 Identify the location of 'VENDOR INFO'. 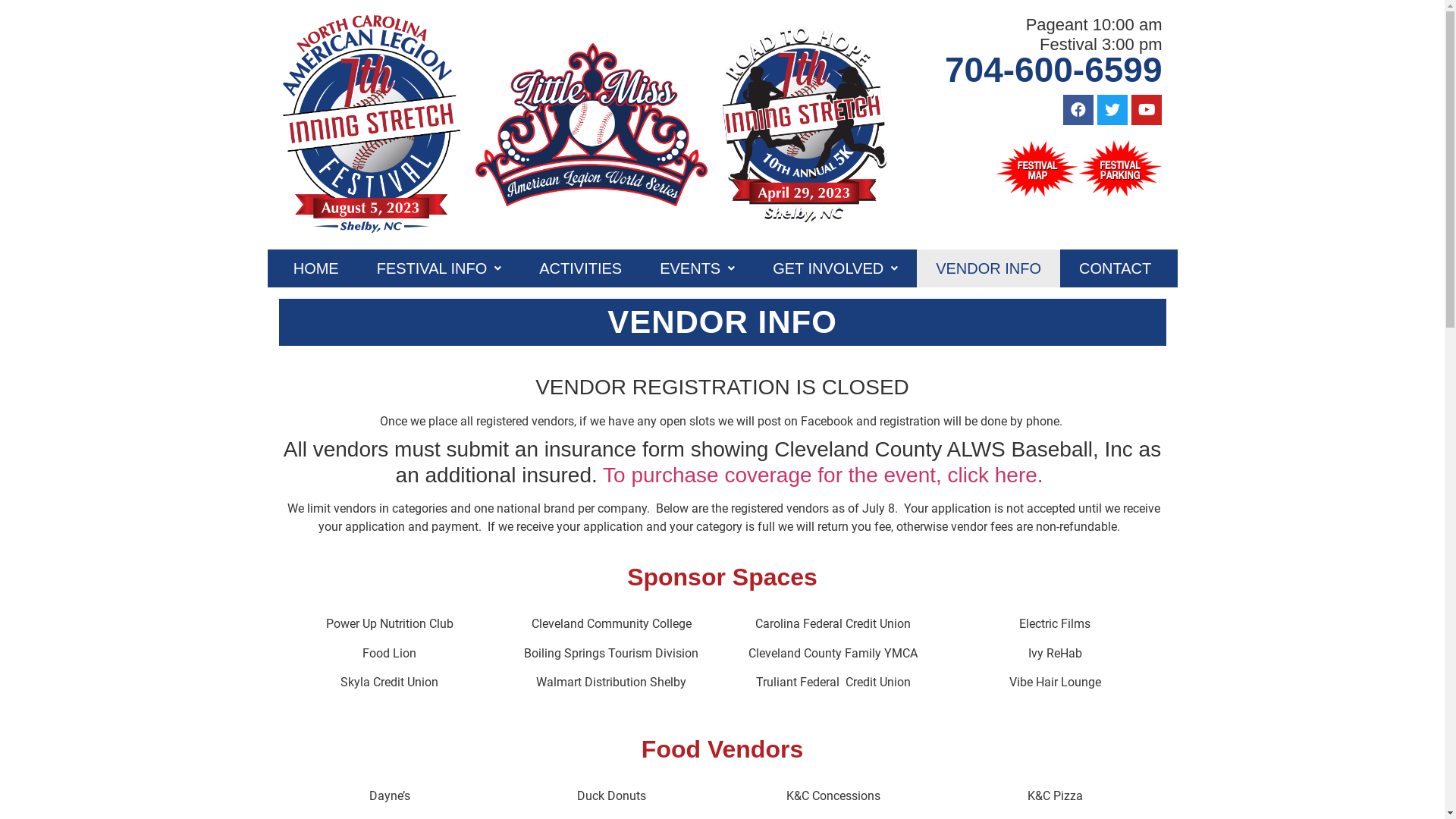
(988, 268).